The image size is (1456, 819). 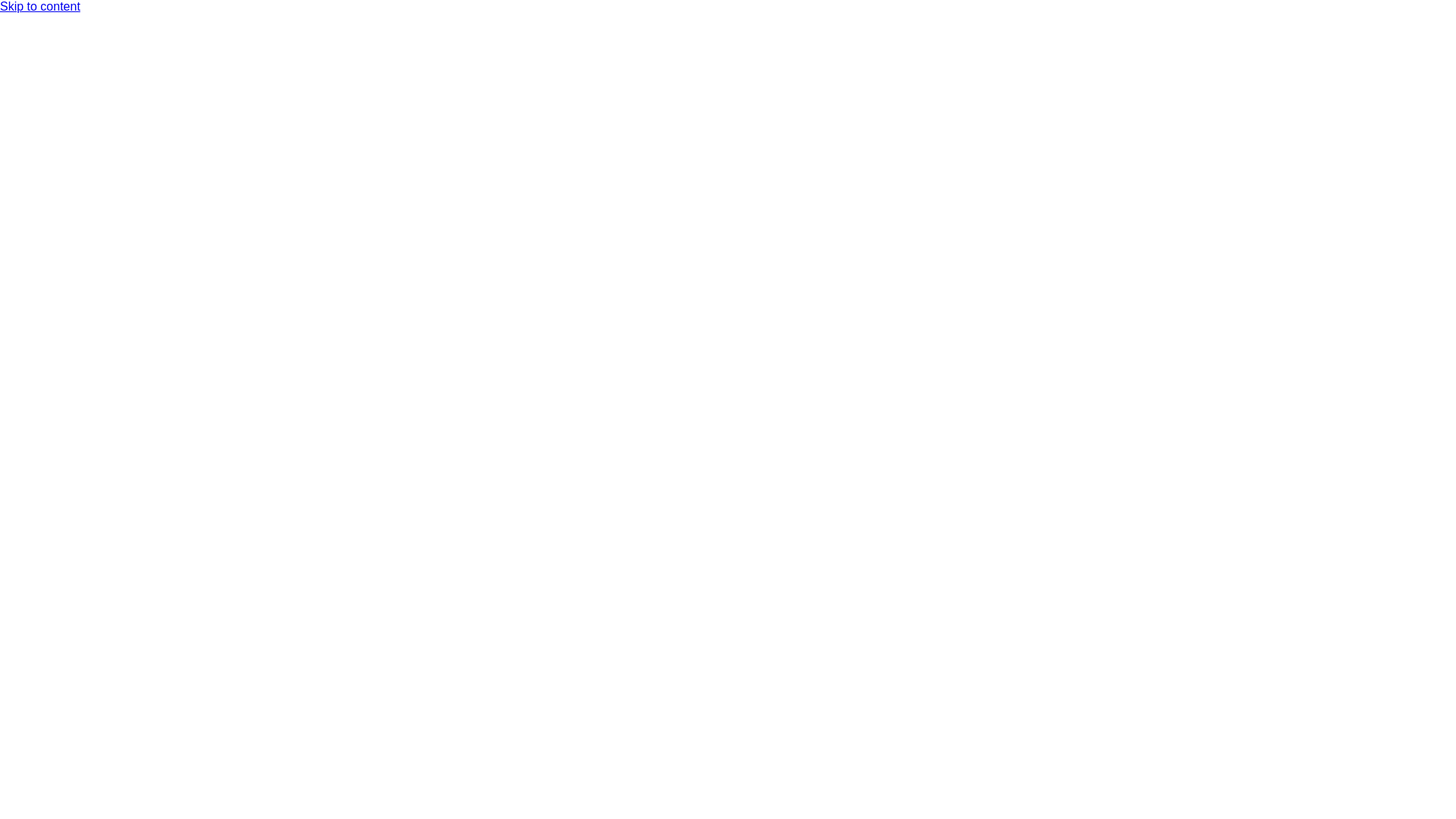 What do you see at coordinates (39, 6) in the screenshot?
I see `'Skip to content'` at bounding box center [39, 6].